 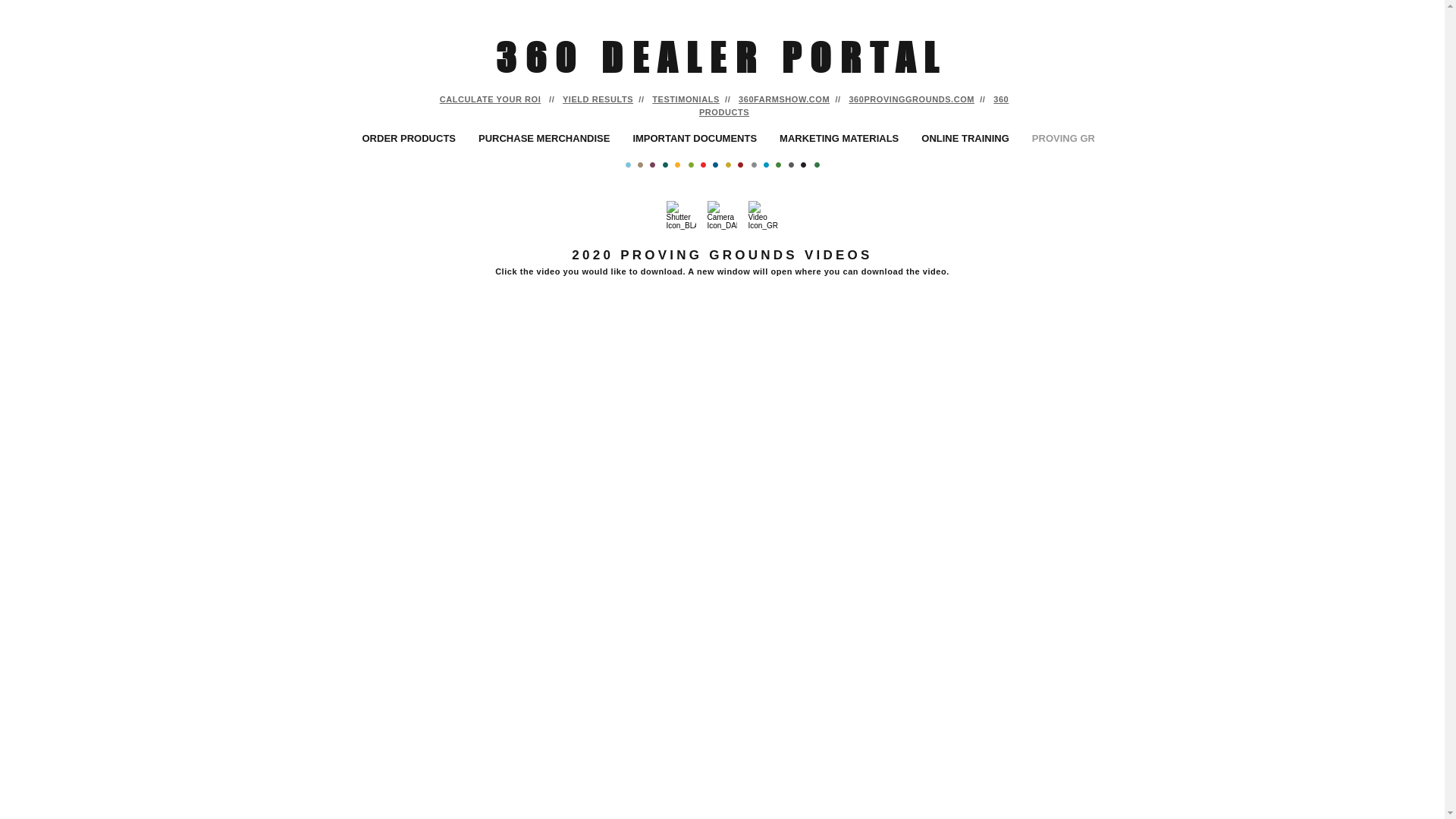 What do you see at coordinates (838, 138) in the screenshot?
I see `'MARKETING MATERIALS'` at bounding box center [838, 138].